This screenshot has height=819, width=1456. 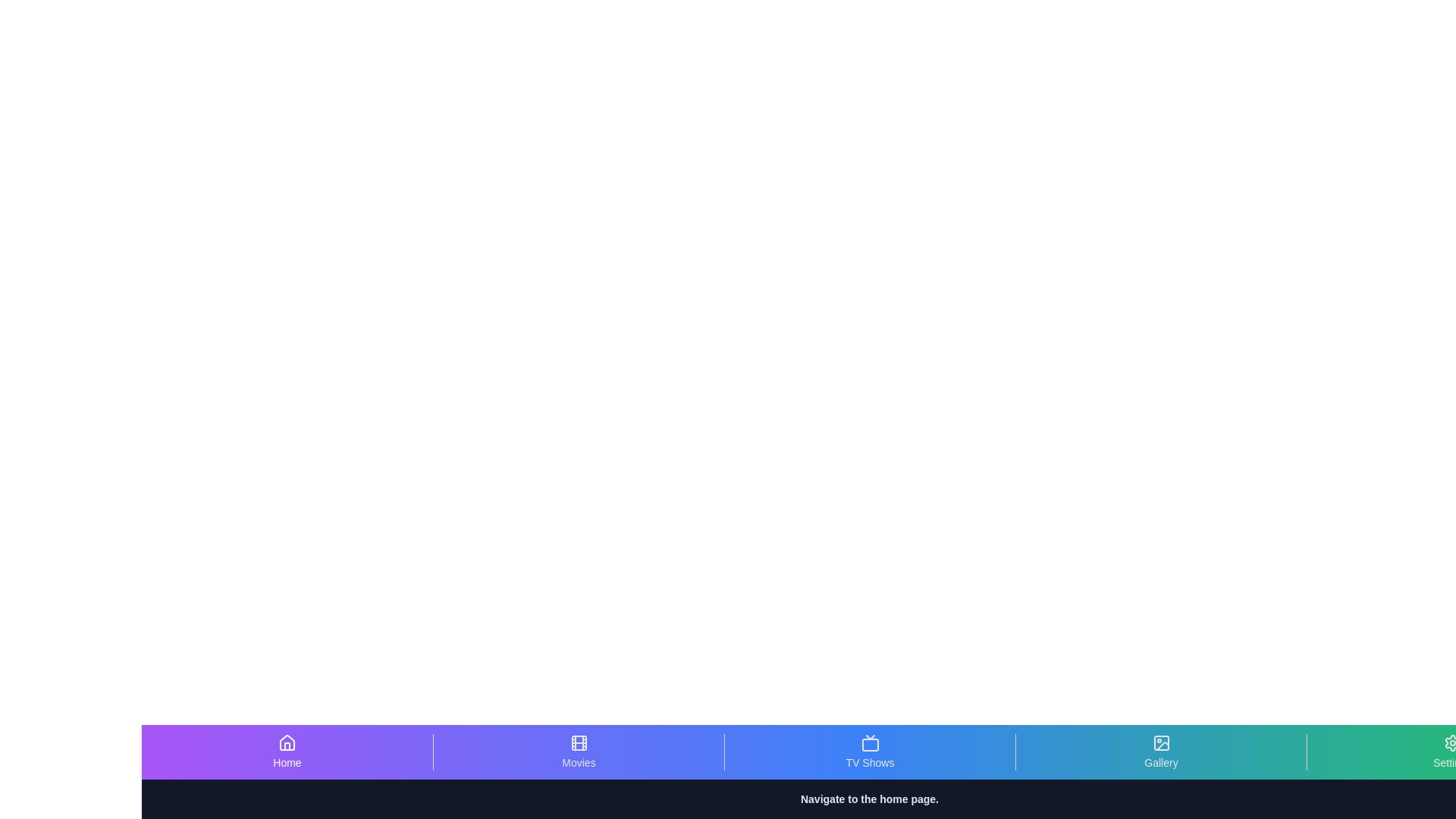 I want to click on the Movies tab to select it, so click(x=578, y=752).